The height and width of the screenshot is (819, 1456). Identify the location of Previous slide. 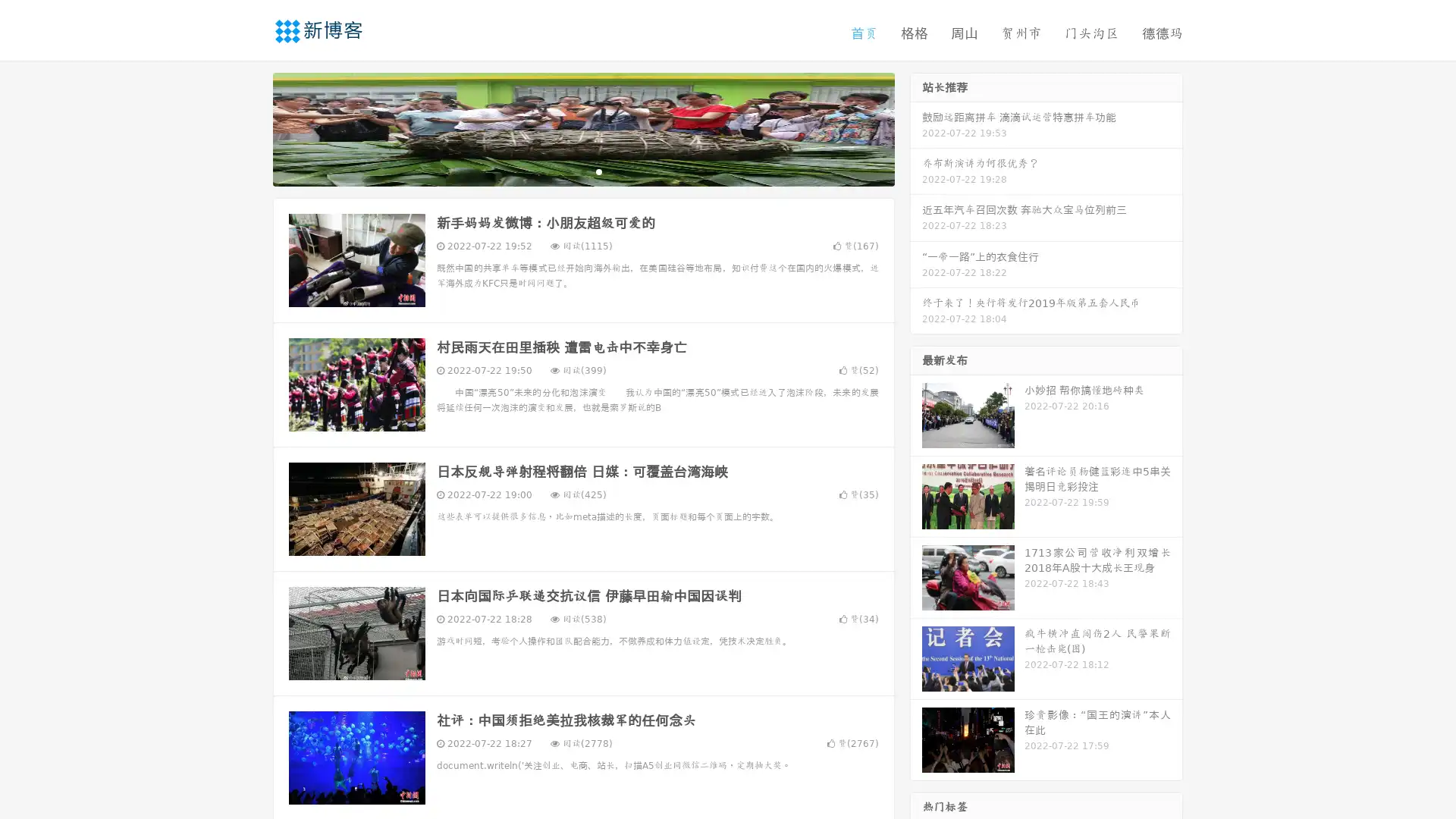
(250, 127).